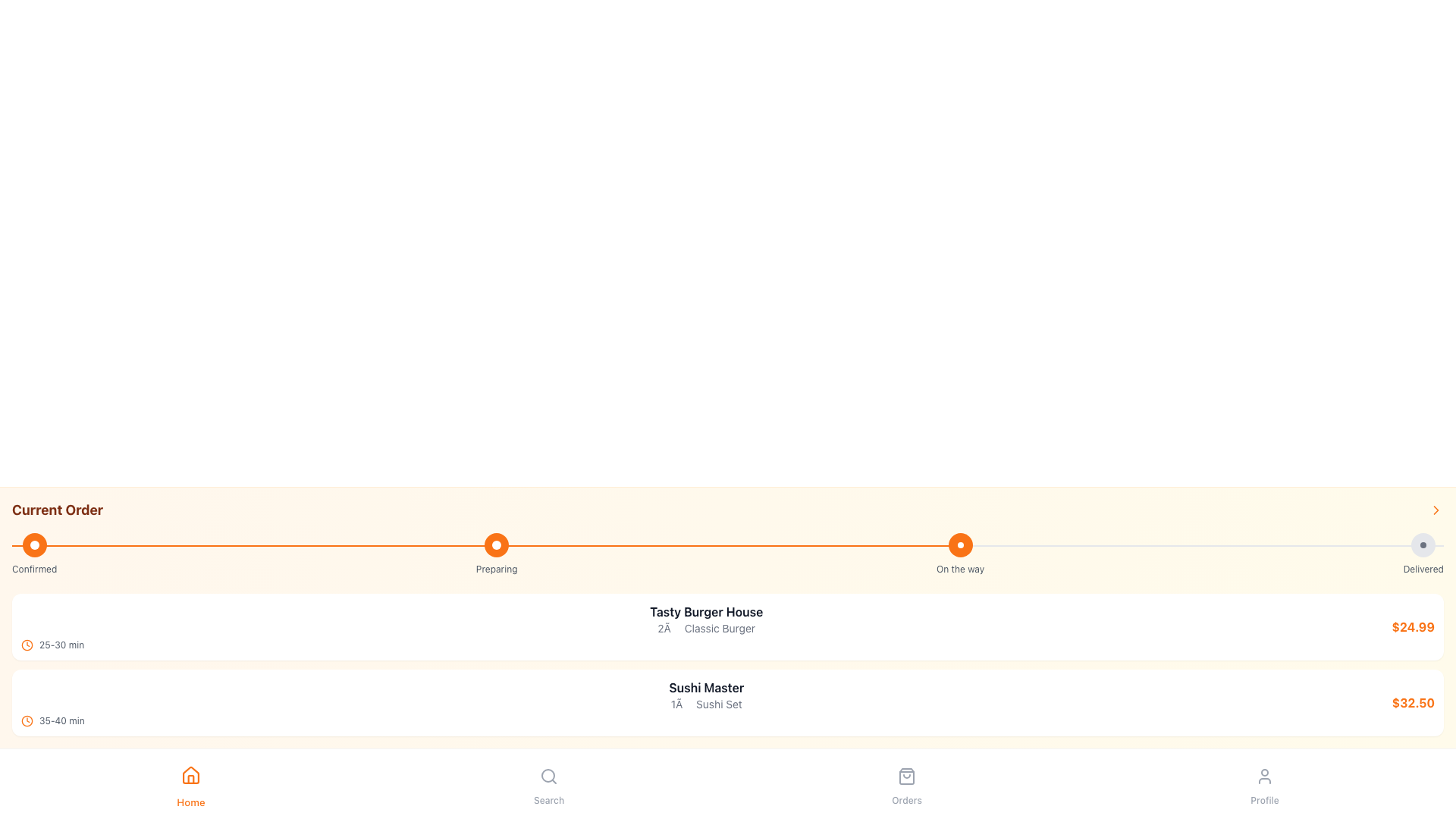 The width and height of the screenshot is (1456, 819). What do you see at coordinates (190, 779) in the screenshot?
I see `the vertical line of the house icon located in the navigation bar at the bottom left of the interface` at bounding box center [190, 779].